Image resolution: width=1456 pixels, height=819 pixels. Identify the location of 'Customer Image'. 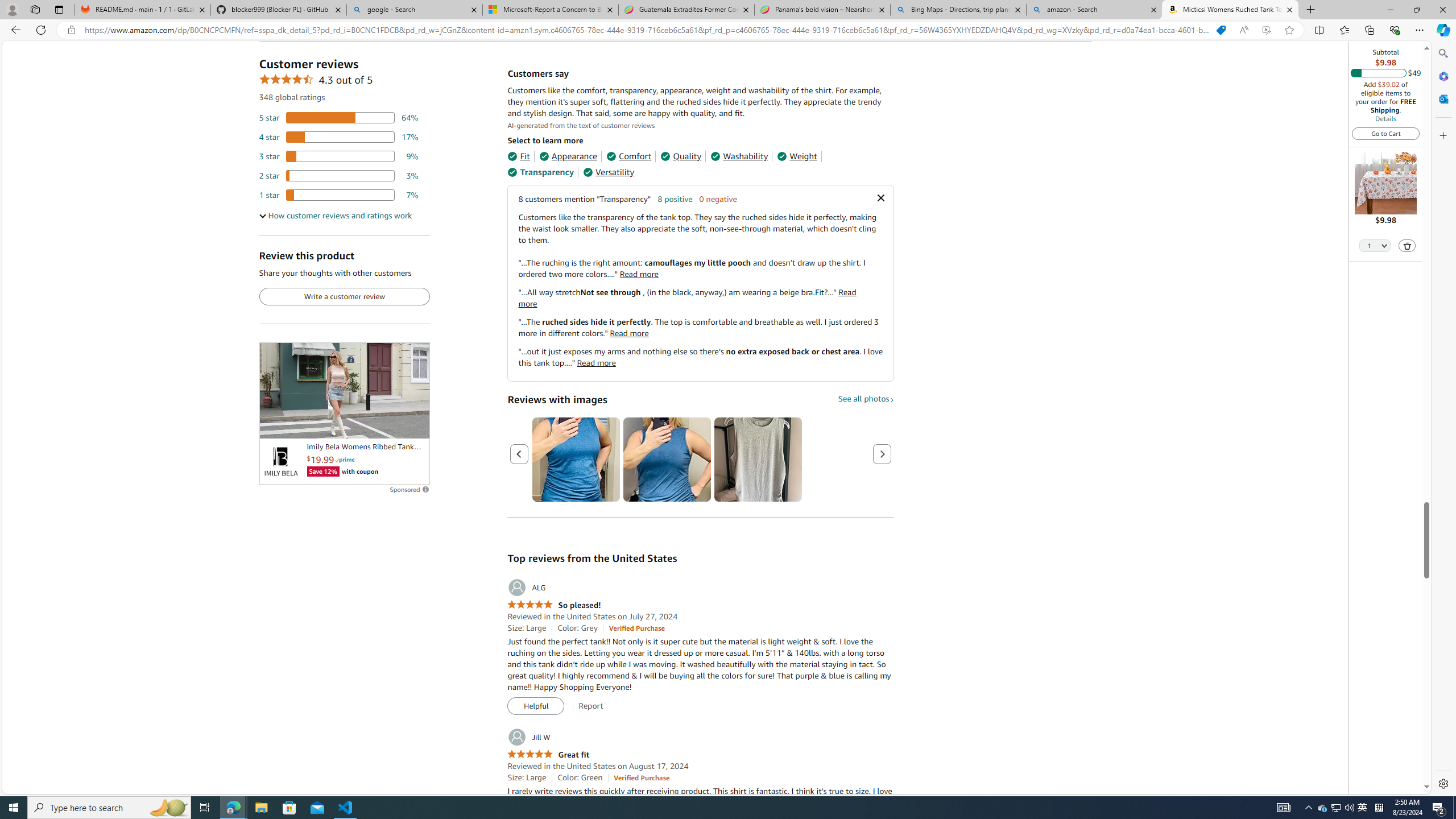
(758, 460).